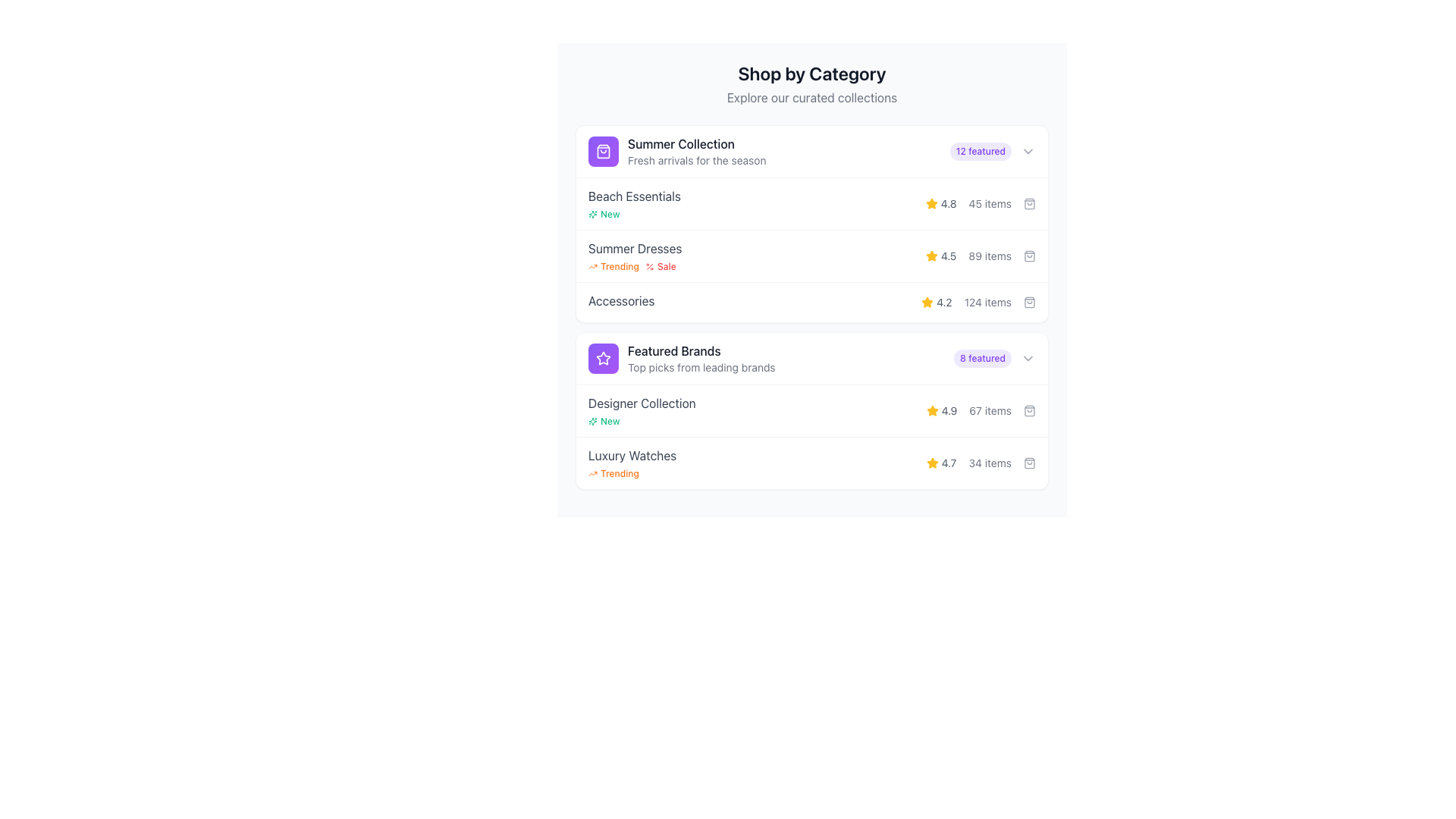 This screenshot has width=1456, height=819. Describe the element at coordinates (930, 202) in the screenshot. I see `the amber star-shaped icon located in the 'Beach Essentials' row of the 'Shop by Category' section, which is positioned to the right of the '4.8' rating label` at that location.